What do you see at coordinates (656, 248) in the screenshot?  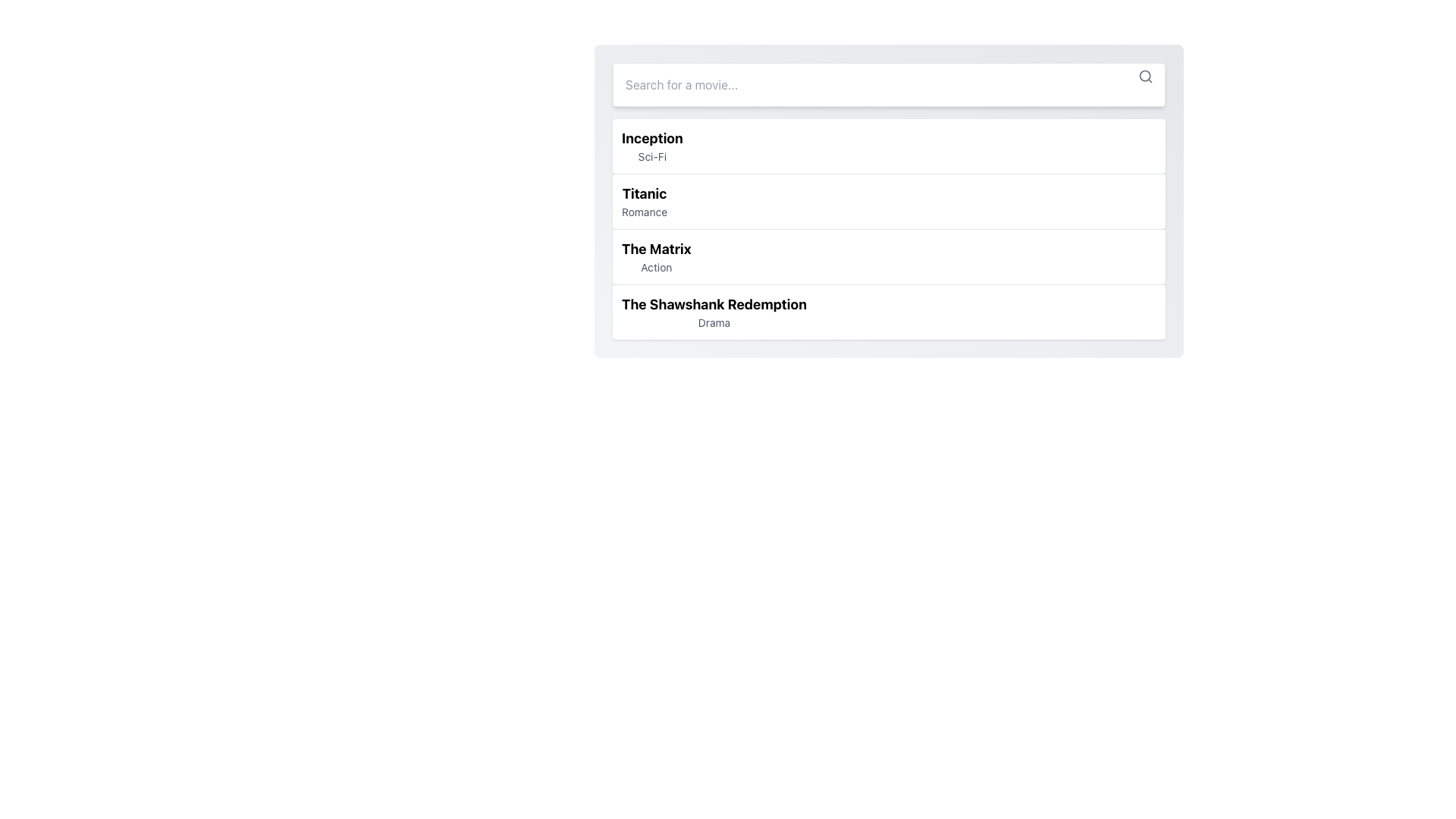 I see `the title text element for the movie 'The Matrix'` at bounding box center [656, 248].